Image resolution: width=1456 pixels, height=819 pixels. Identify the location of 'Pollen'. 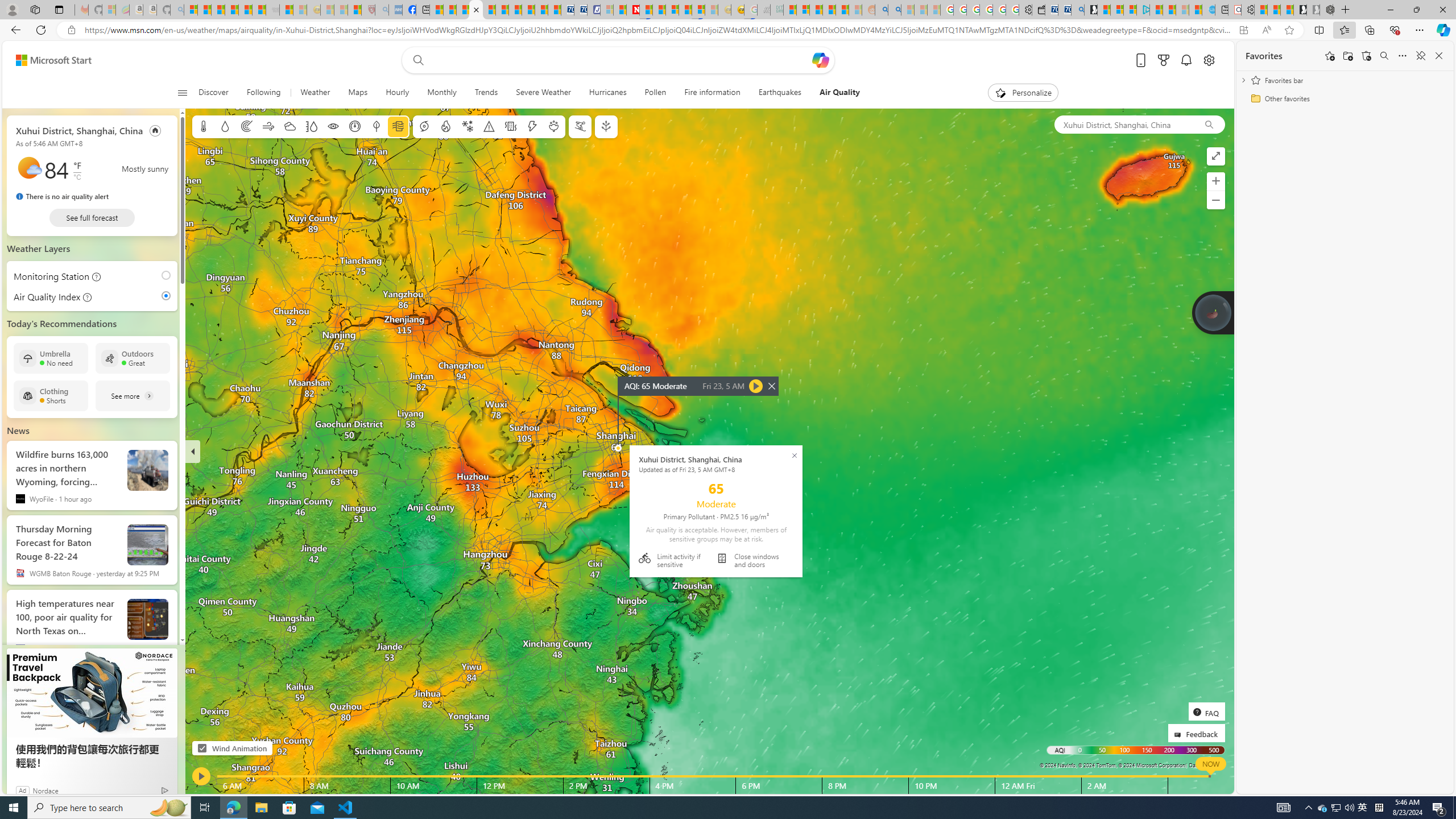
(655, 92).